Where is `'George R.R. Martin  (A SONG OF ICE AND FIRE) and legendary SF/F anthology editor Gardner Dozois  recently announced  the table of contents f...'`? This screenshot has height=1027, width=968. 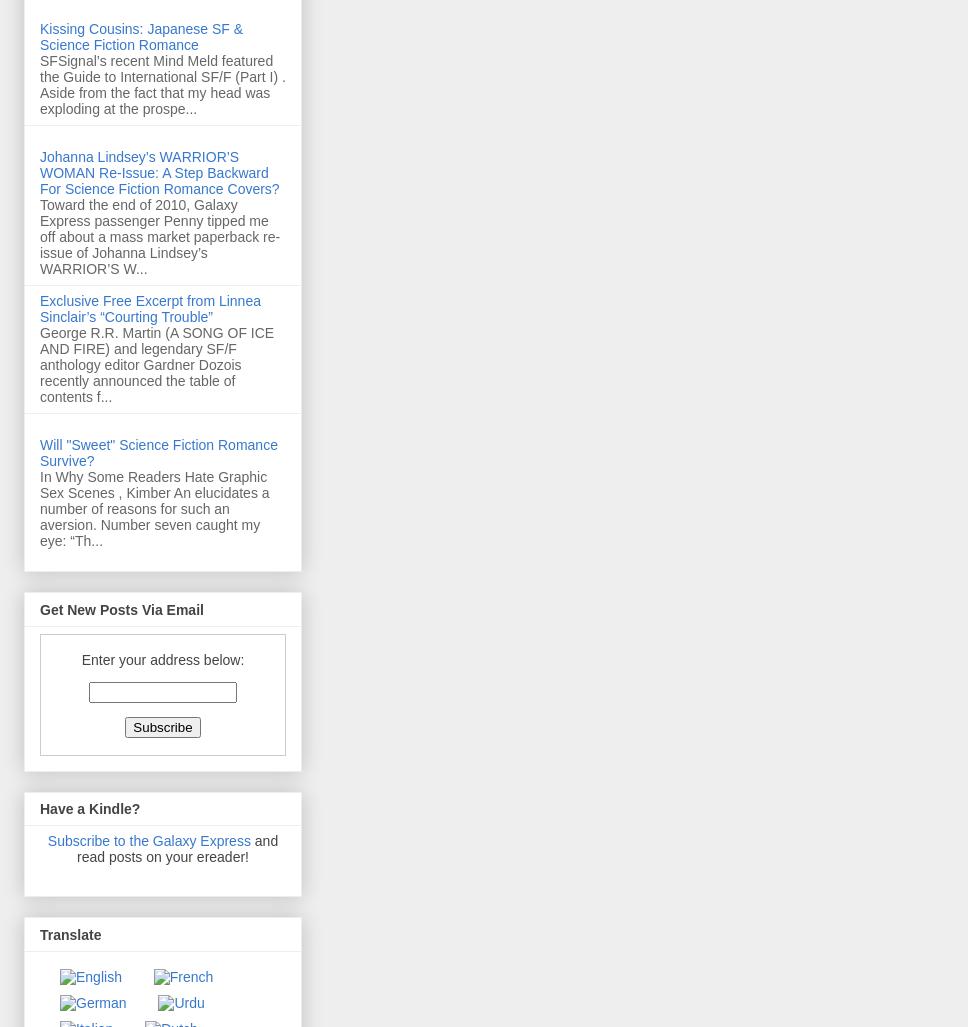
'George R.R. Martin  (A SONG OF ICE AND FIRE) and legendary SF/F anthology editor Gardner Dozois  recently announced  the table of contents f...' is located at coordinates (156, 364).